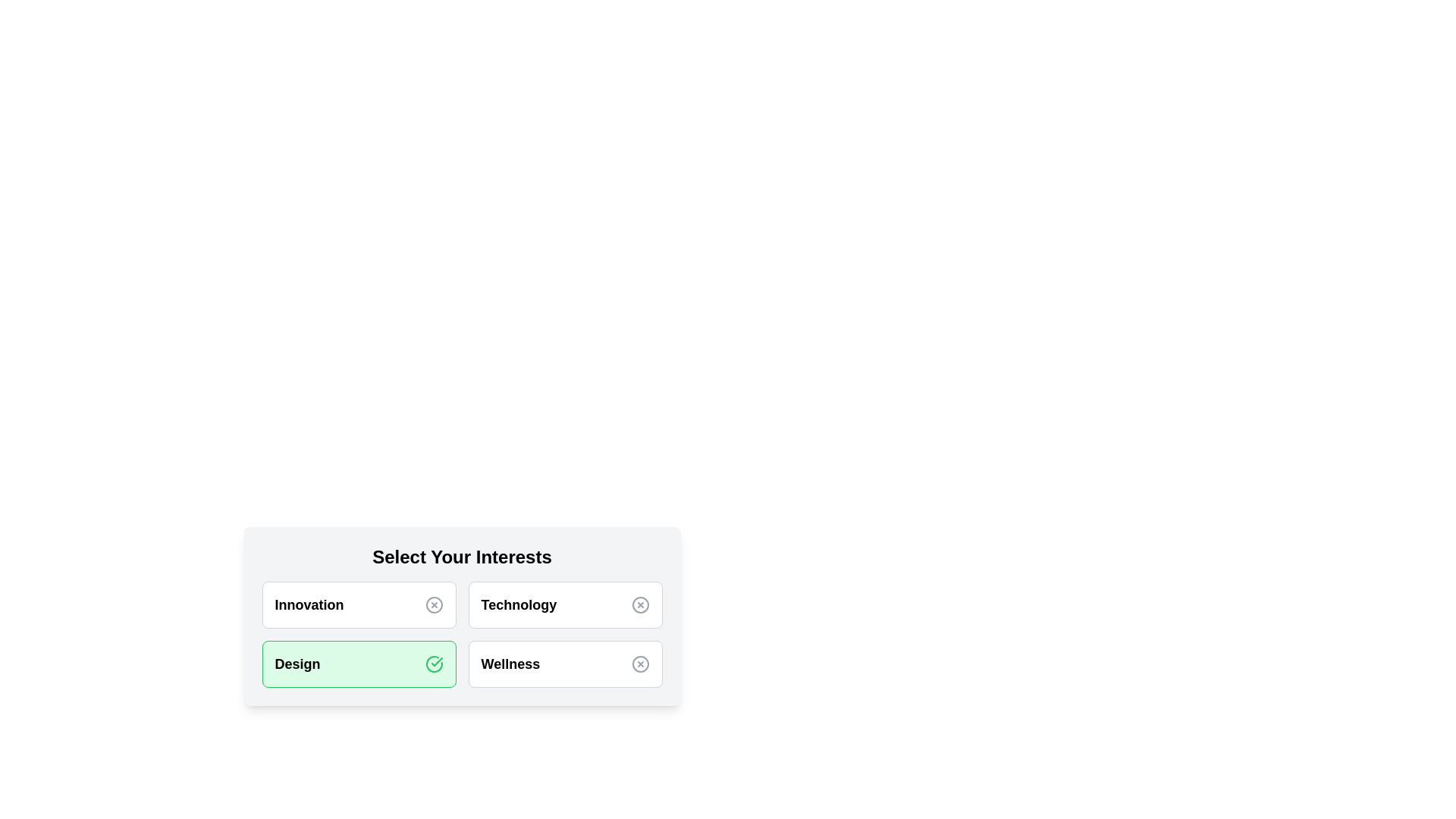 This screenshot has height=819, width=1456. Describe the element at coordinates (358, 604) in the screenshot. I see `the category Innovation to see its hover effect` at that location.